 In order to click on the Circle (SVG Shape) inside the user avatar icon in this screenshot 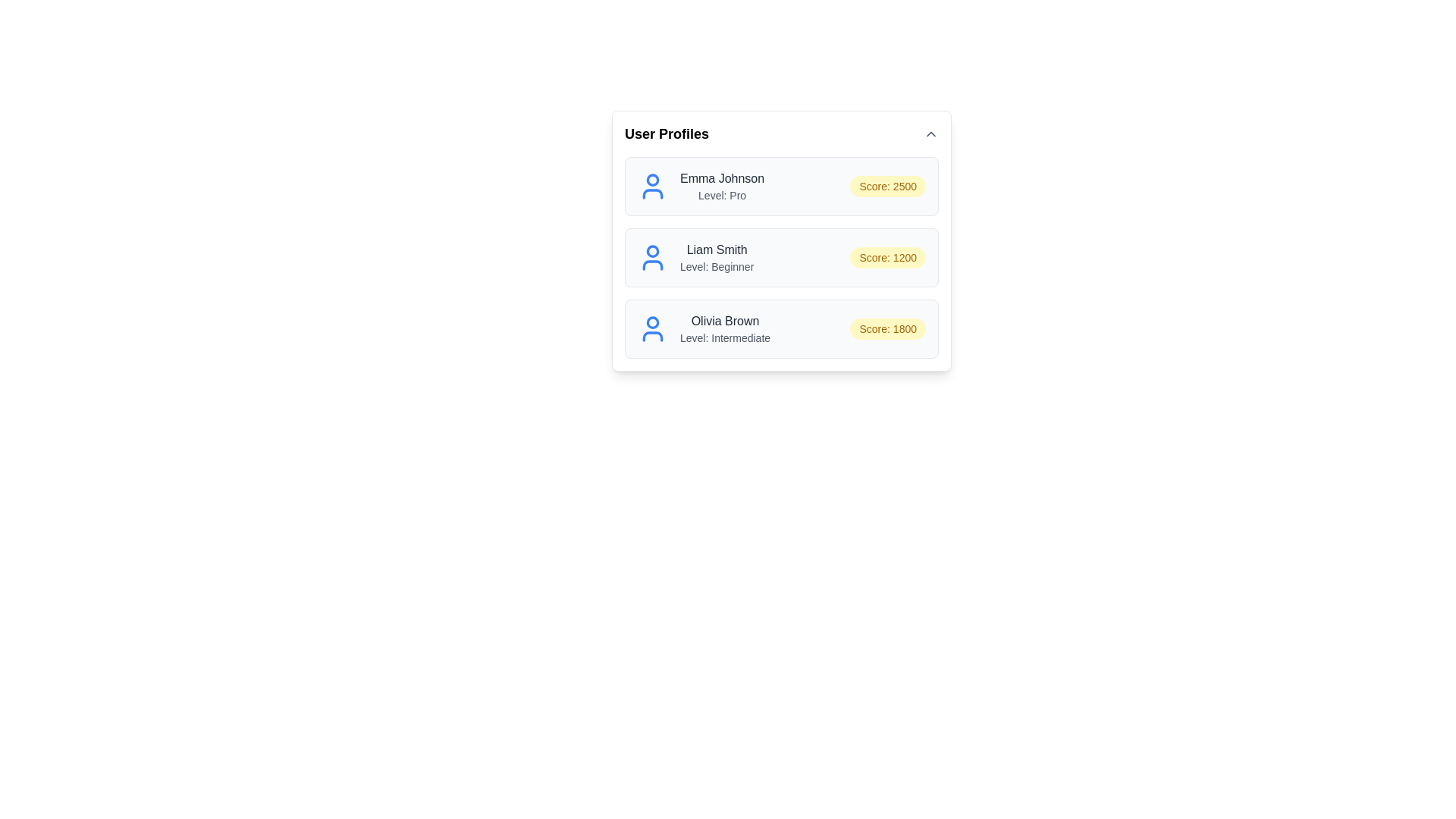, I will do `click(652, 321)`.